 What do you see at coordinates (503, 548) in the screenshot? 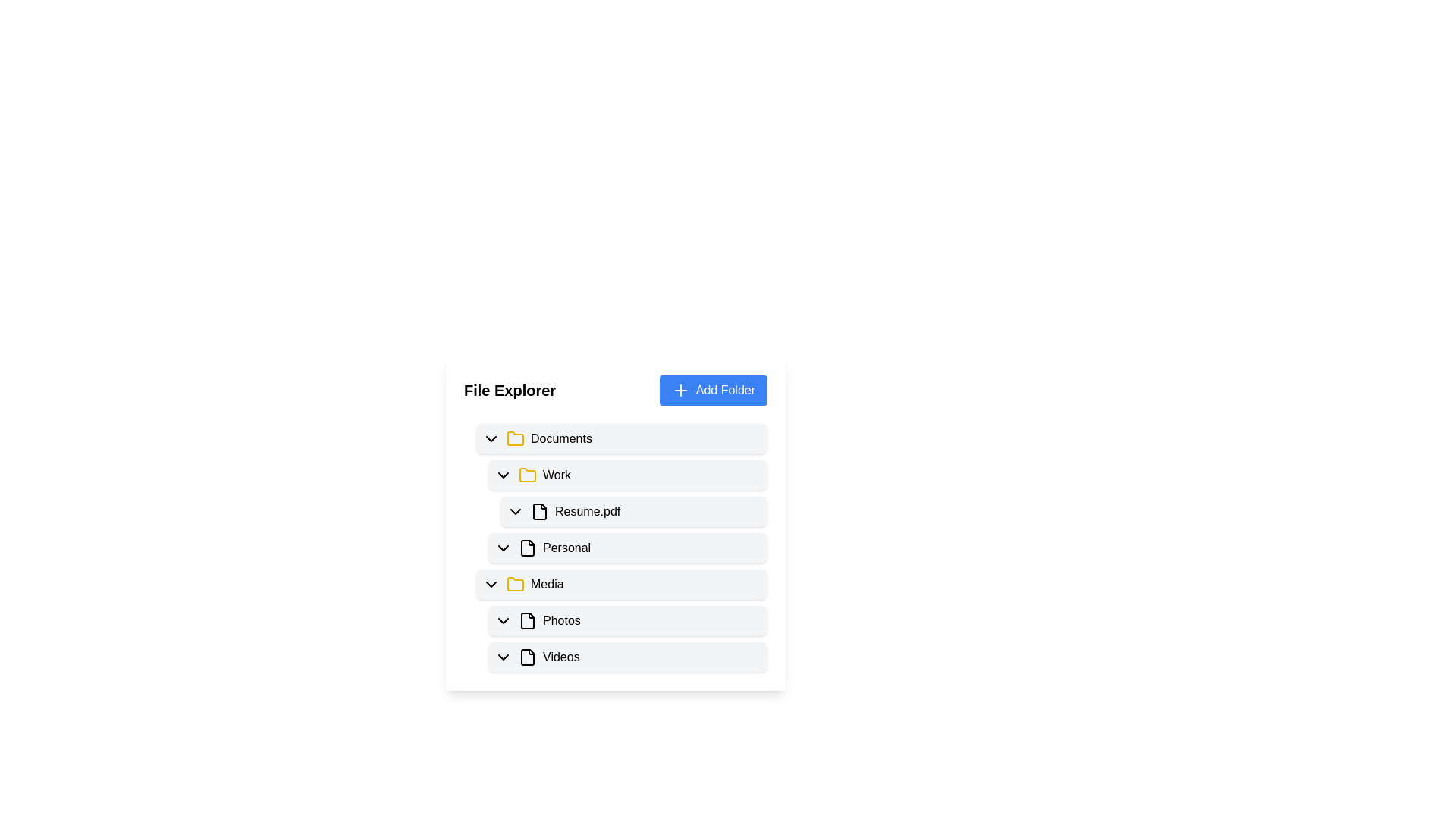
I see `the downward-pointing chevron icon` at bounding box center [503, 548].